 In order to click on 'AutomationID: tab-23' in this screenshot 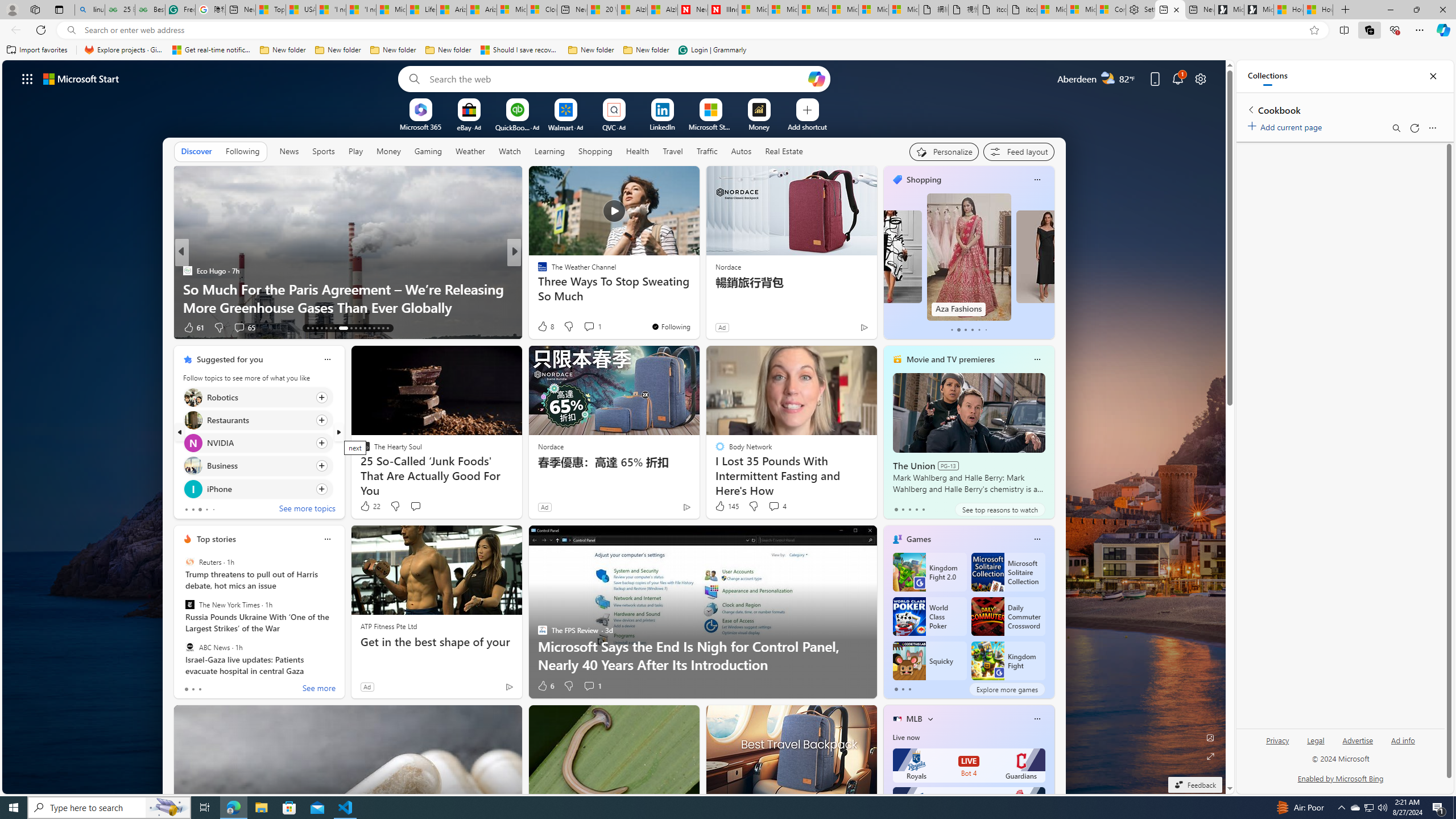, I will do `click(359, 328)`.